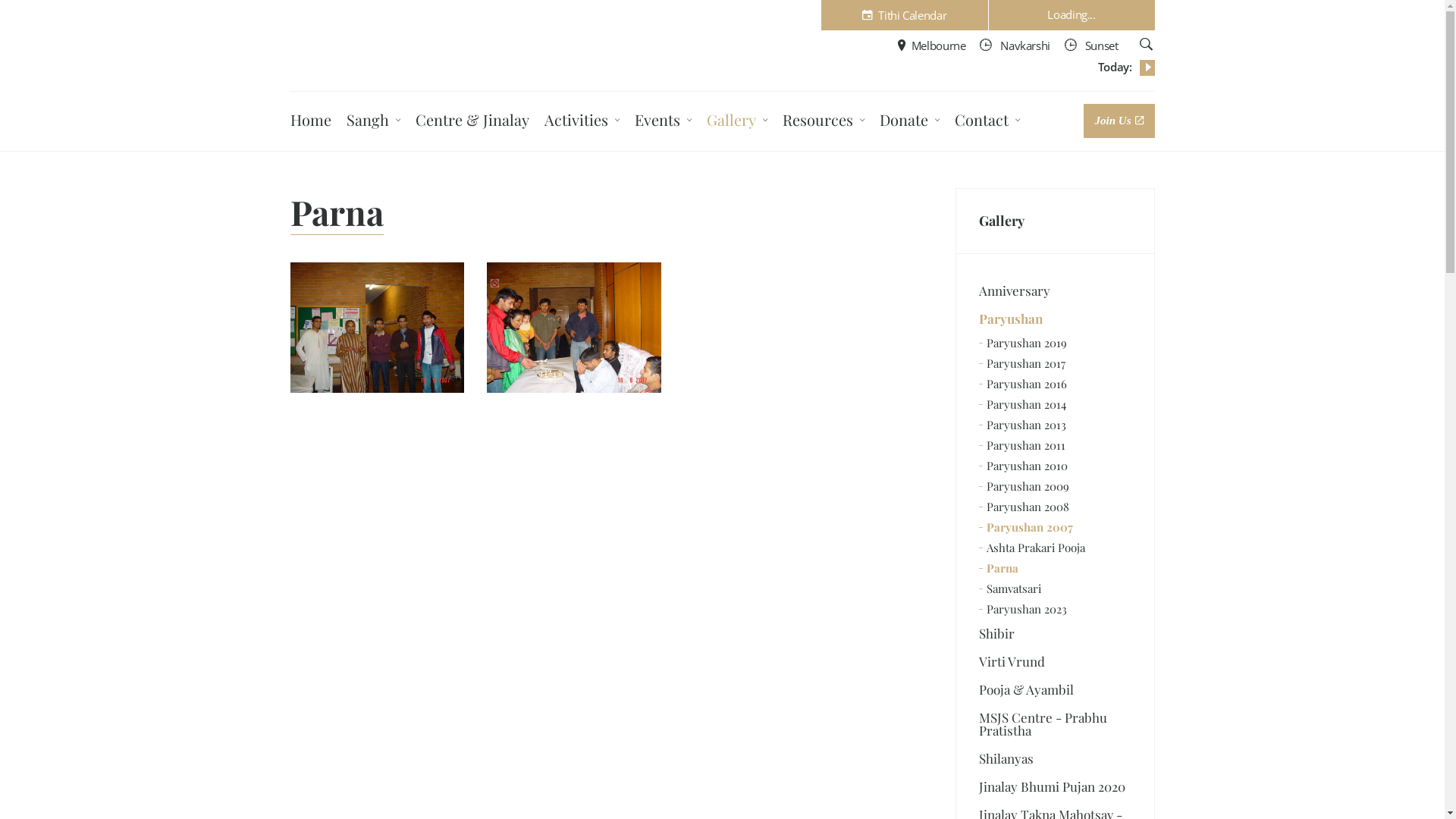  Describe the element at coordinates (1054, 383) in the screenshot. I see `'Paryushan 2016'` at that location.